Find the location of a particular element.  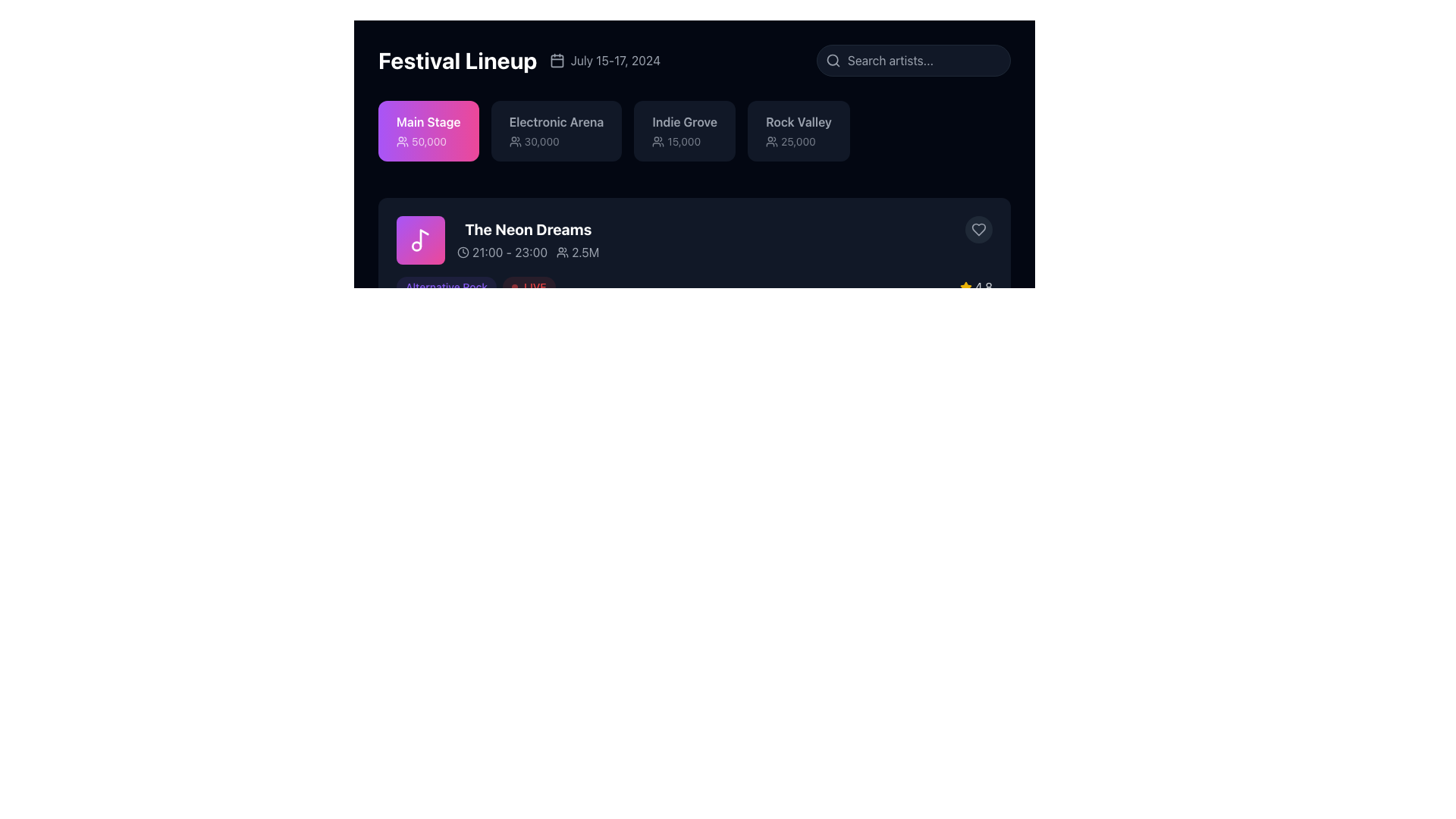

the main heading text label that introduces the section, located prominently at the upper left of its containing component is located at coordinates (457, 60).